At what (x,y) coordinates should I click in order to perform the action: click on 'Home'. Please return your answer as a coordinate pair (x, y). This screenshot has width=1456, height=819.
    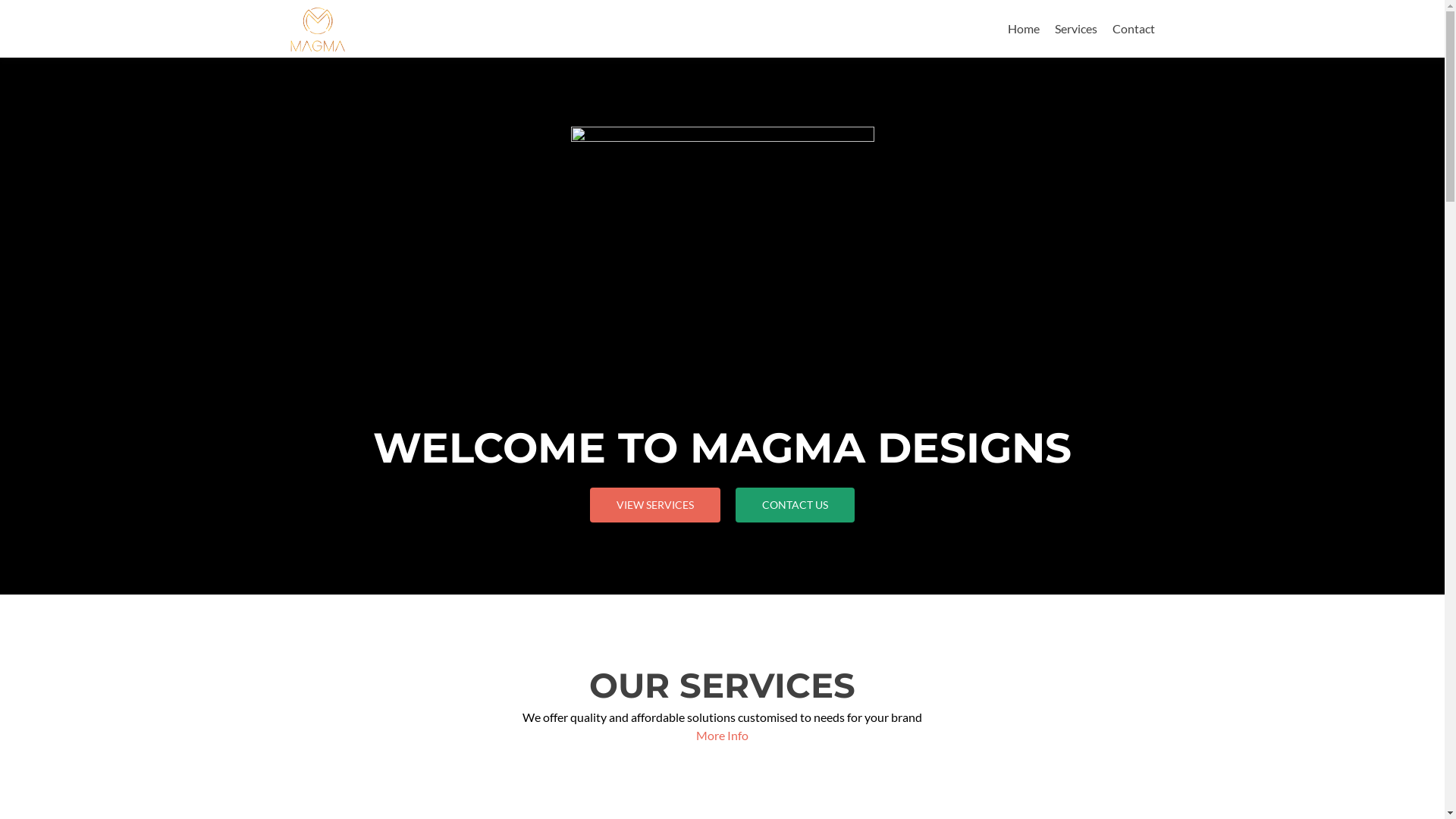
    Looking at the image, I should click on (1022, 28).